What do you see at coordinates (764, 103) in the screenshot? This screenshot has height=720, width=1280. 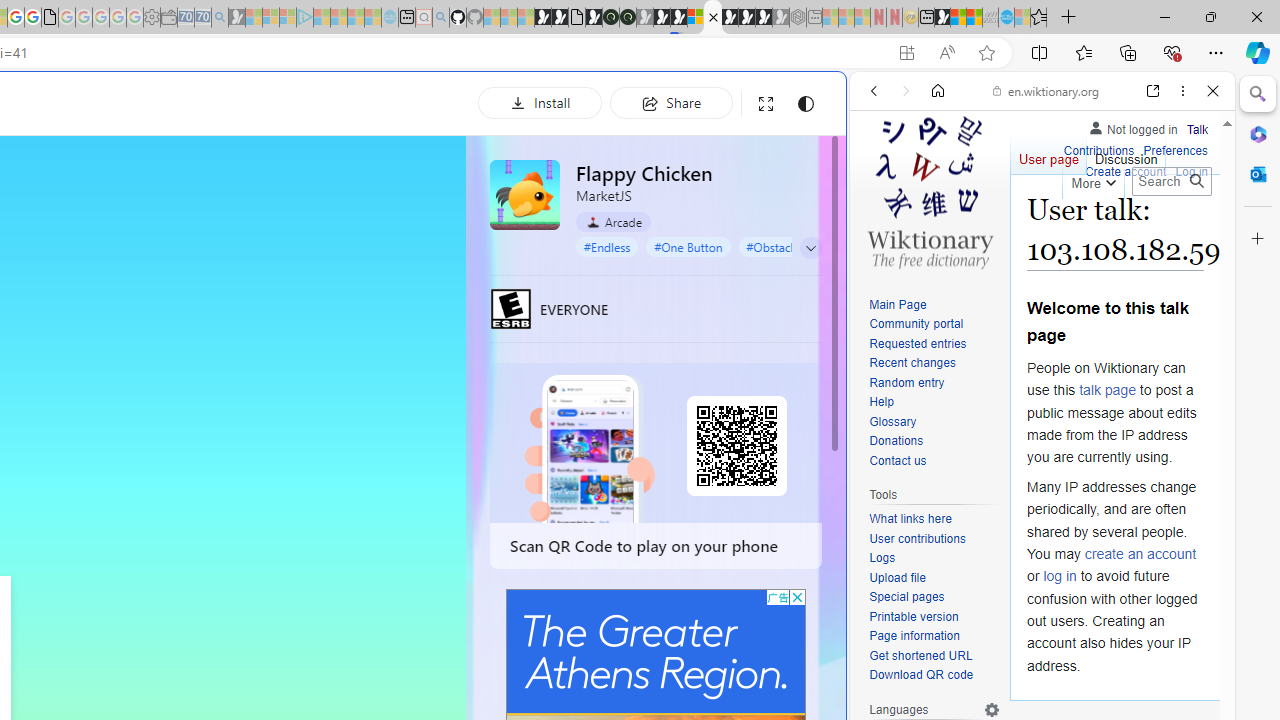 I see `'Full screen'` at bounding box center [764, 103].